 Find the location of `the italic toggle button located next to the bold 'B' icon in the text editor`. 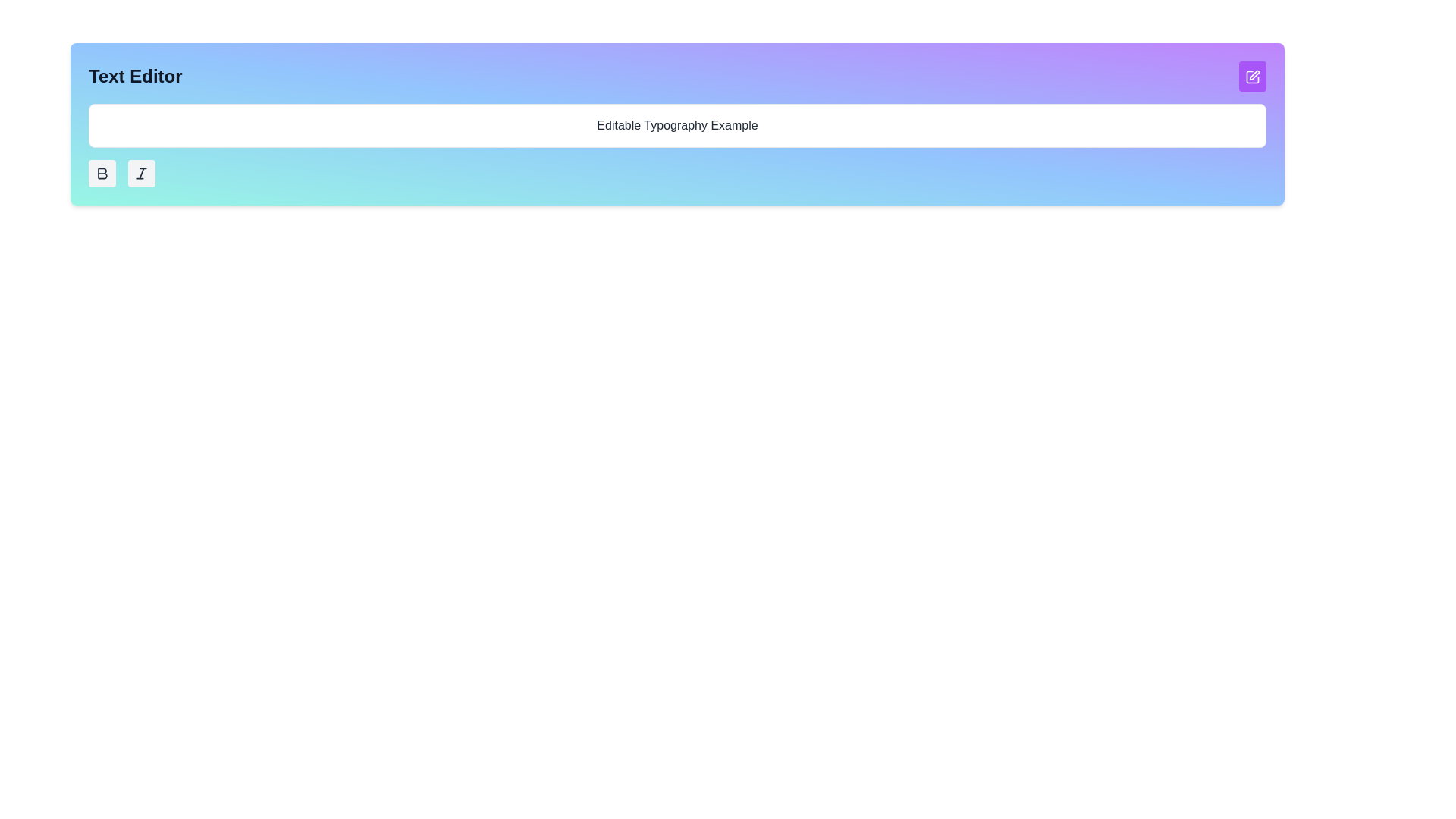

the italic toggle button located next to the bold 'B' icon in the text editor is located at coordinates (142, 172).